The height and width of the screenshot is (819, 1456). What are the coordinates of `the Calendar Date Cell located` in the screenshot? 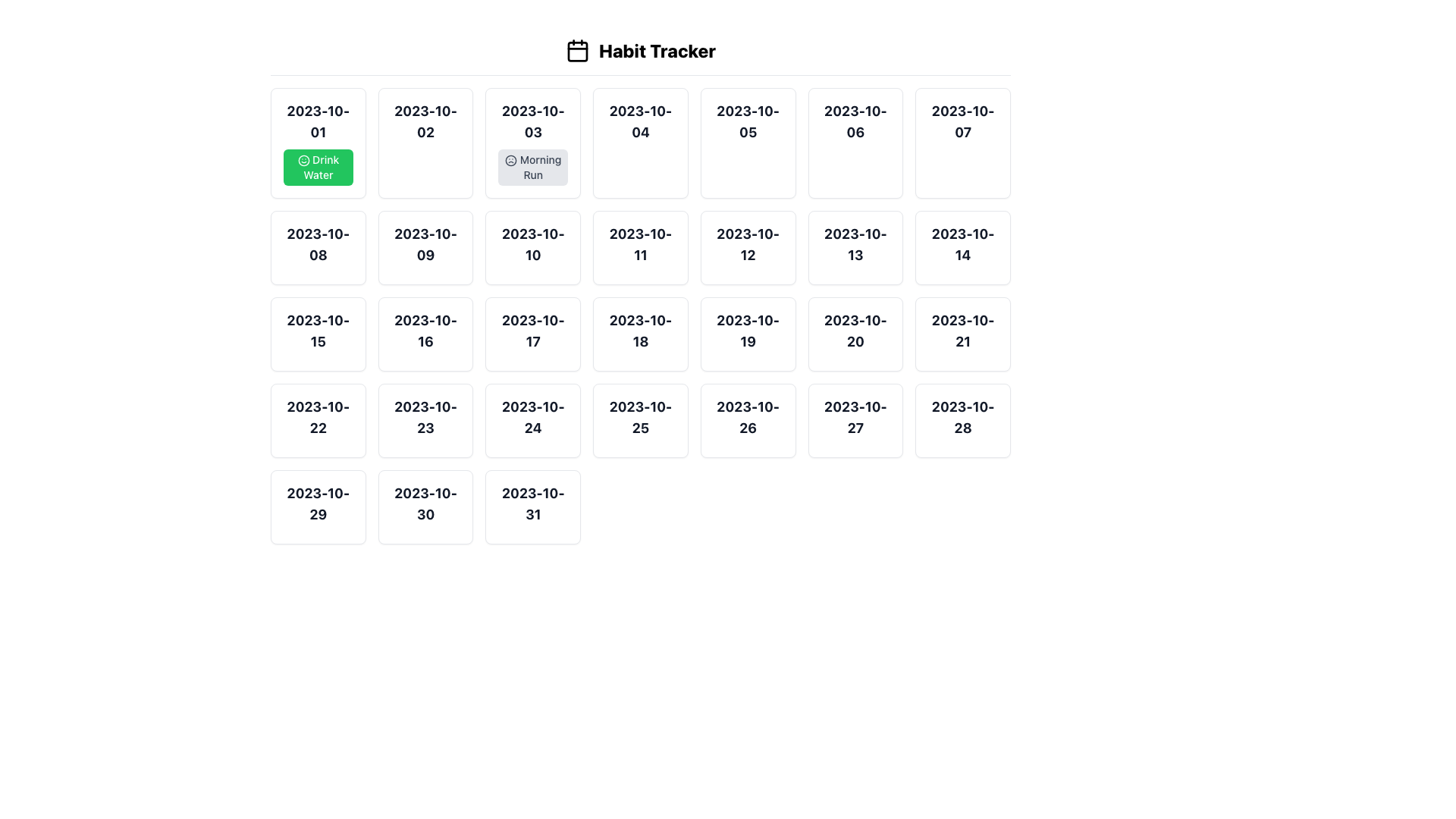 It's located at (317, 247).